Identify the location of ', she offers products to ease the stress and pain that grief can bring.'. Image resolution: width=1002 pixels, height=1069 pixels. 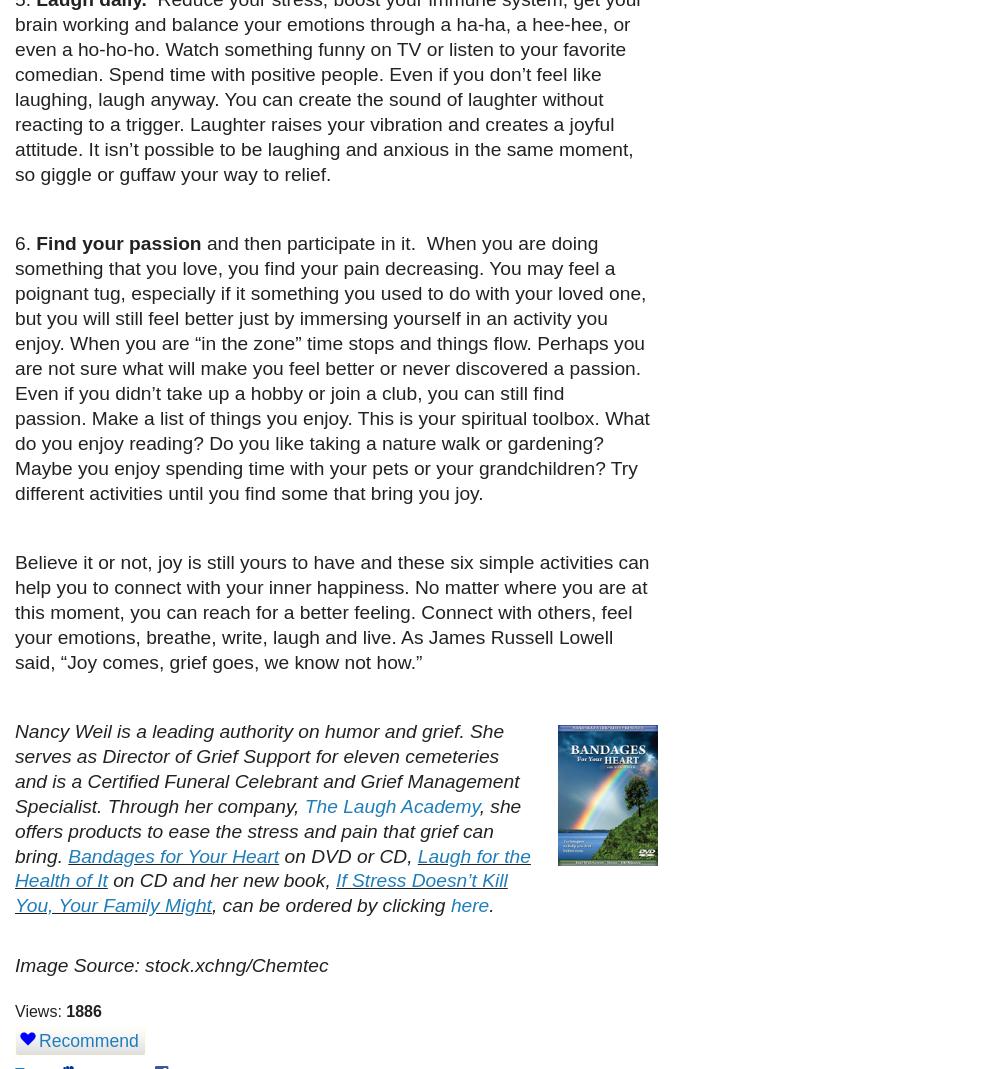
(15, 830).